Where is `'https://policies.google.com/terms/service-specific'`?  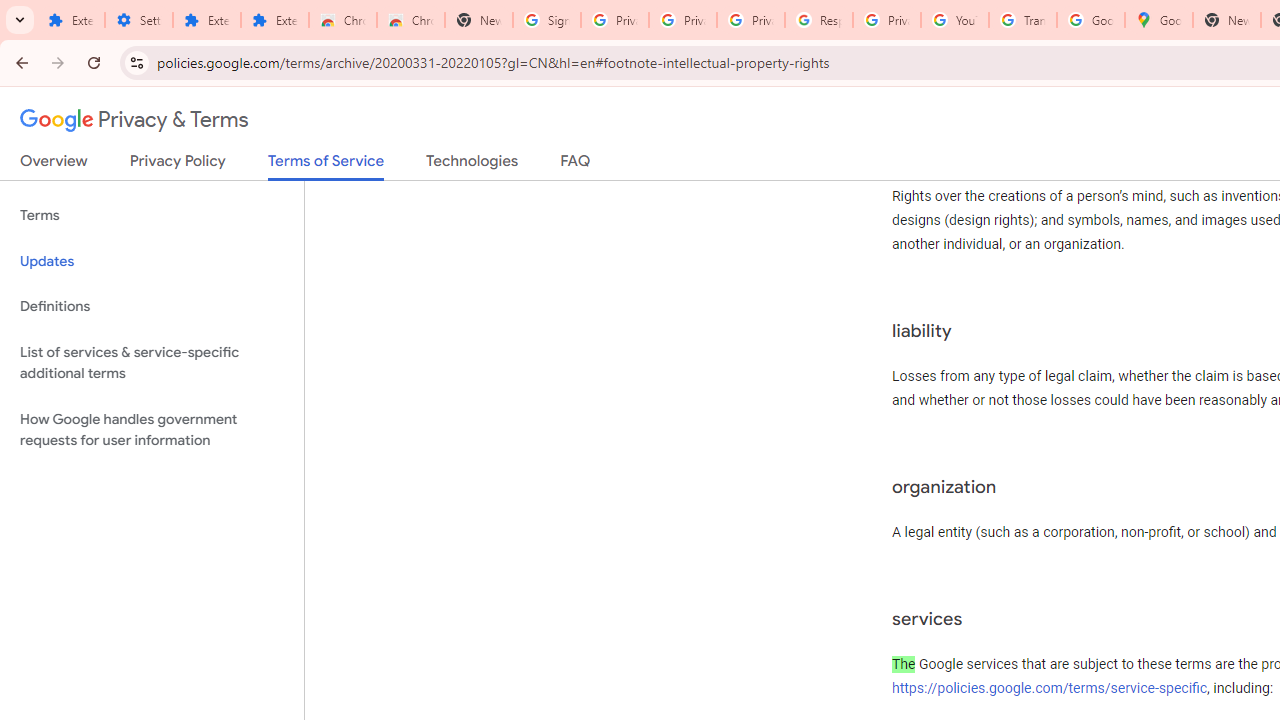
'https://policies.google.com/terms/service-specific' is located at coordinates (1049, 686).